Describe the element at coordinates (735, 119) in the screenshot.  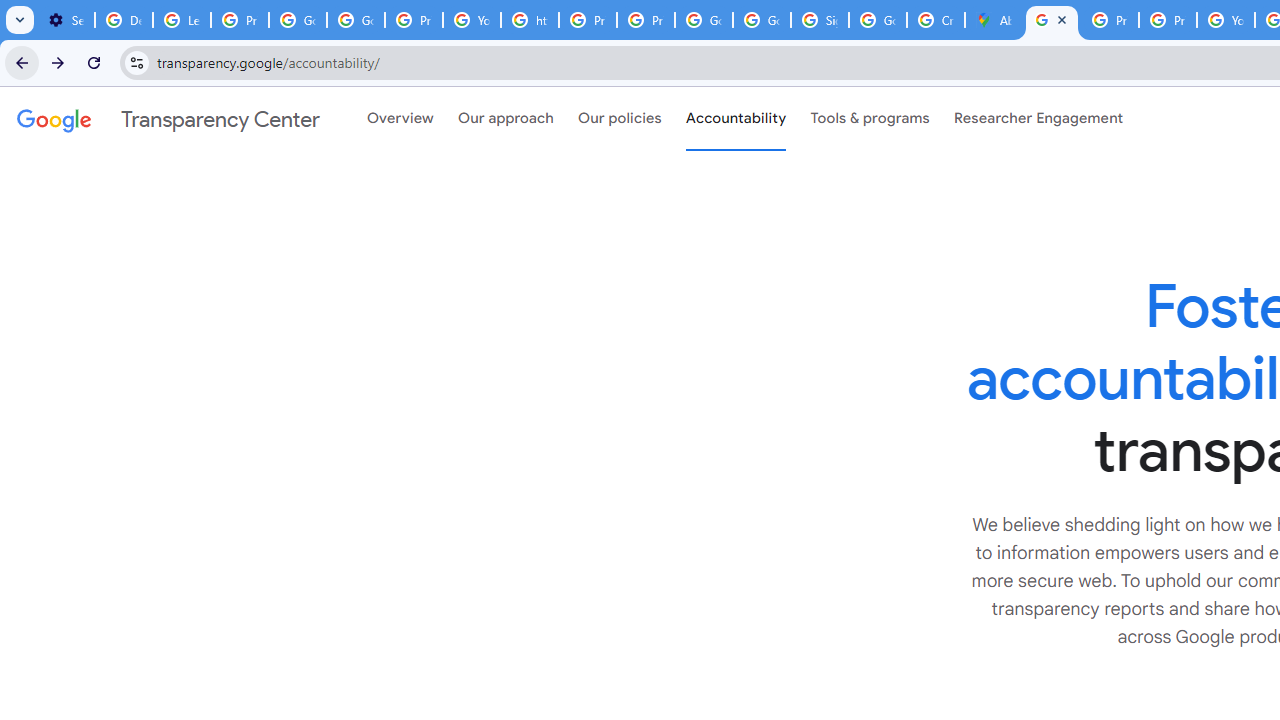
I see `'Accountability'` at that location.